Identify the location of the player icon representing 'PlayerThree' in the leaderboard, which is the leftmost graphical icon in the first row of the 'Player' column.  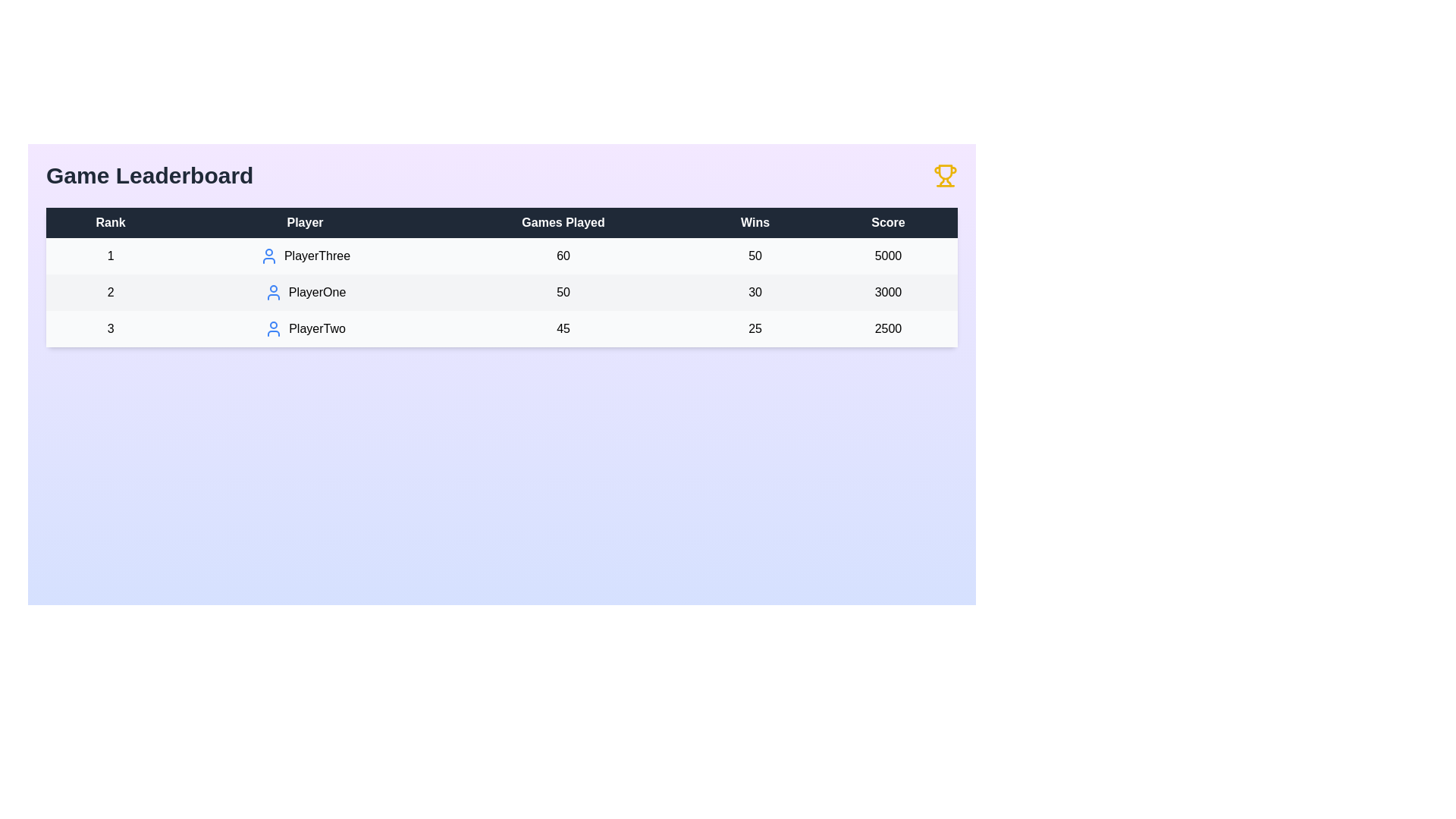
(269, 256).